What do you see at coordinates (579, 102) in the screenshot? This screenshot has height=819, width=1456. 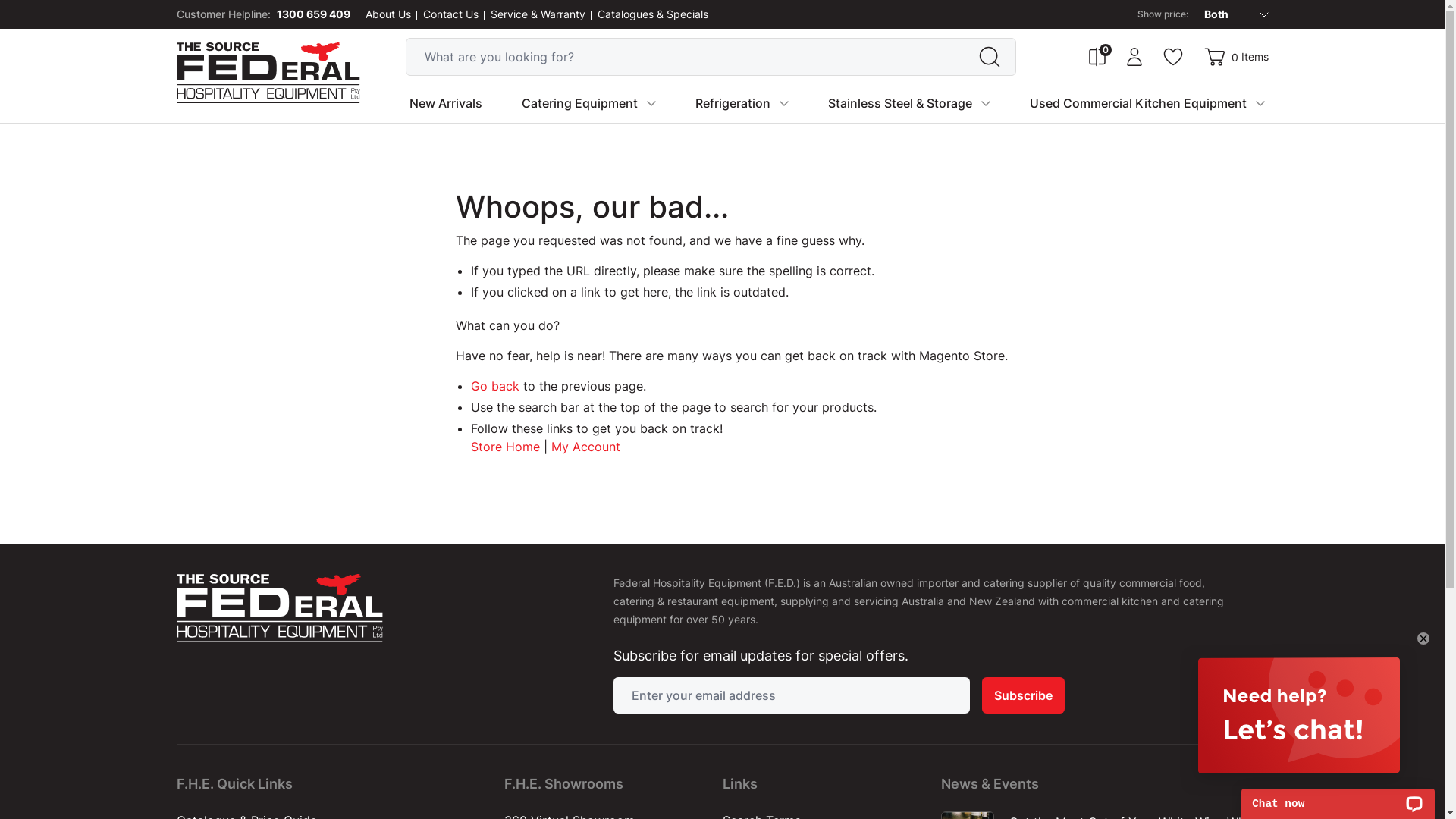 I see `'Catering Equipment'` at bounding box center [579, 102].